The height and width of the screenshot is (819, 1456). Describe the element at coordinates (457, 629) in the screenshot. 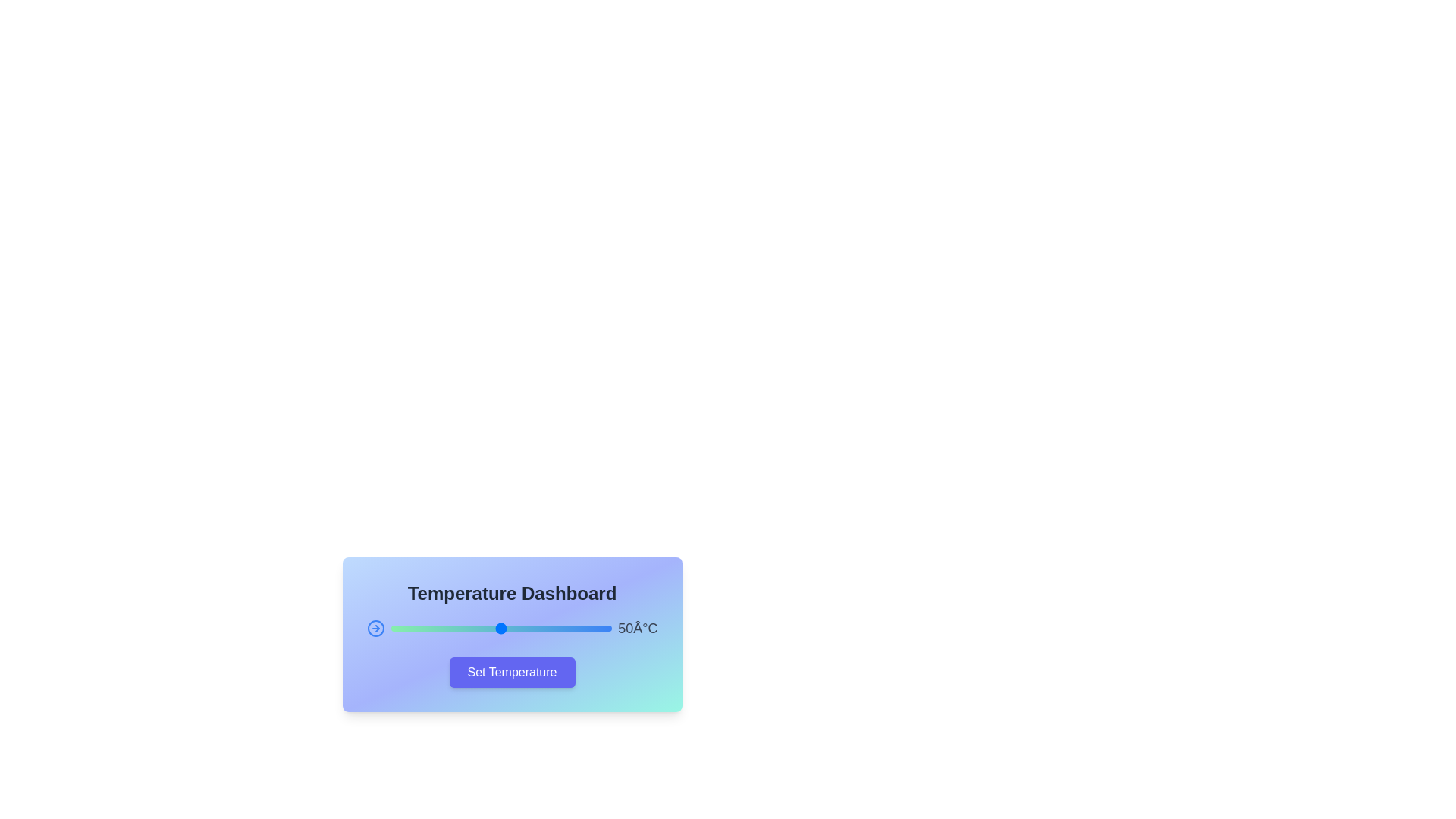

I see `the slider to set the temperature to 30°C` at that location.